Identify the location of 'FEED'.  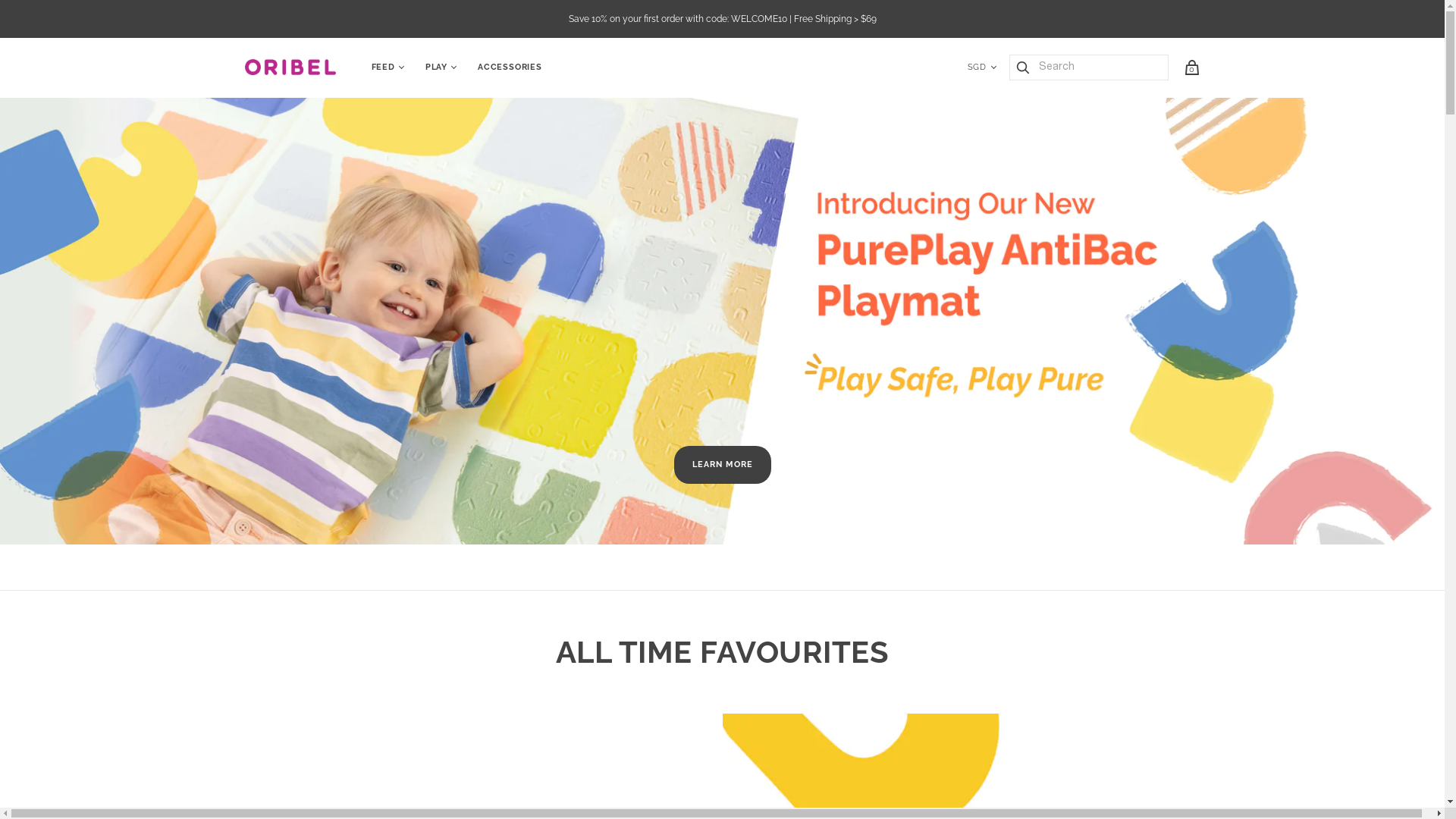
(382, 67).